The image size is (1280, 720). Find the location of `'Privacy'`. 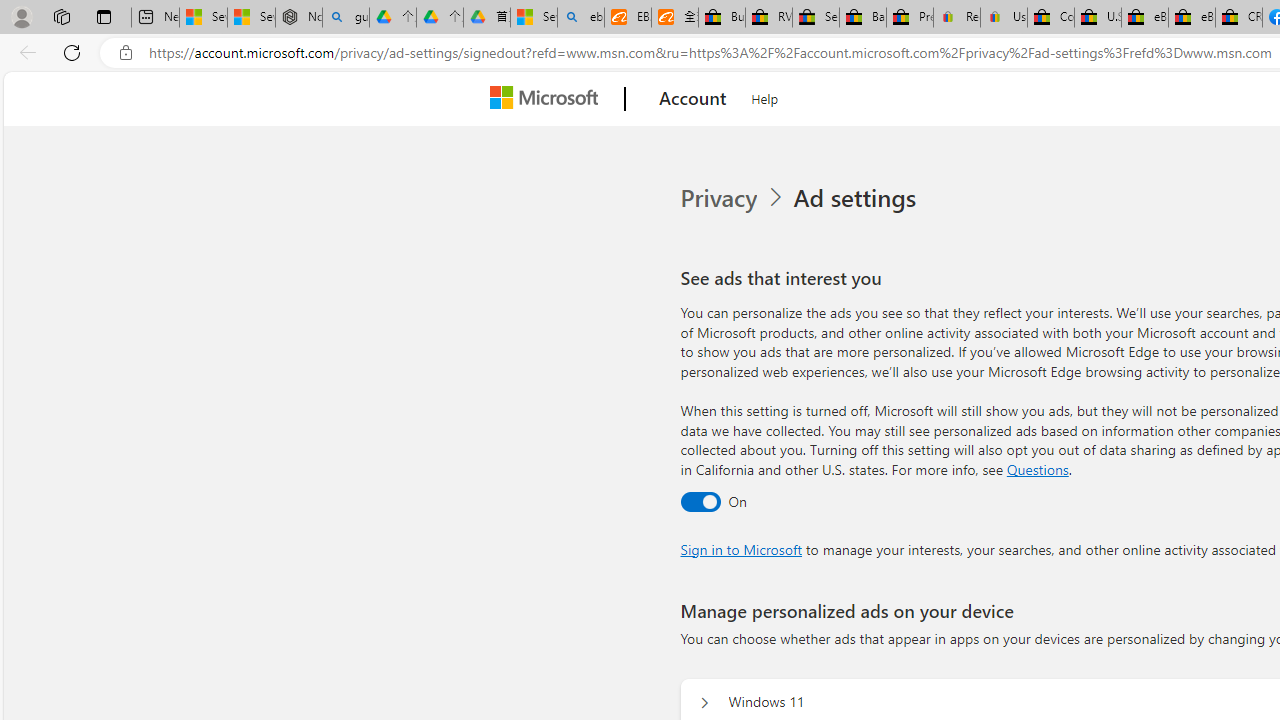

'Privacy' is located at coordinates (733, 198).